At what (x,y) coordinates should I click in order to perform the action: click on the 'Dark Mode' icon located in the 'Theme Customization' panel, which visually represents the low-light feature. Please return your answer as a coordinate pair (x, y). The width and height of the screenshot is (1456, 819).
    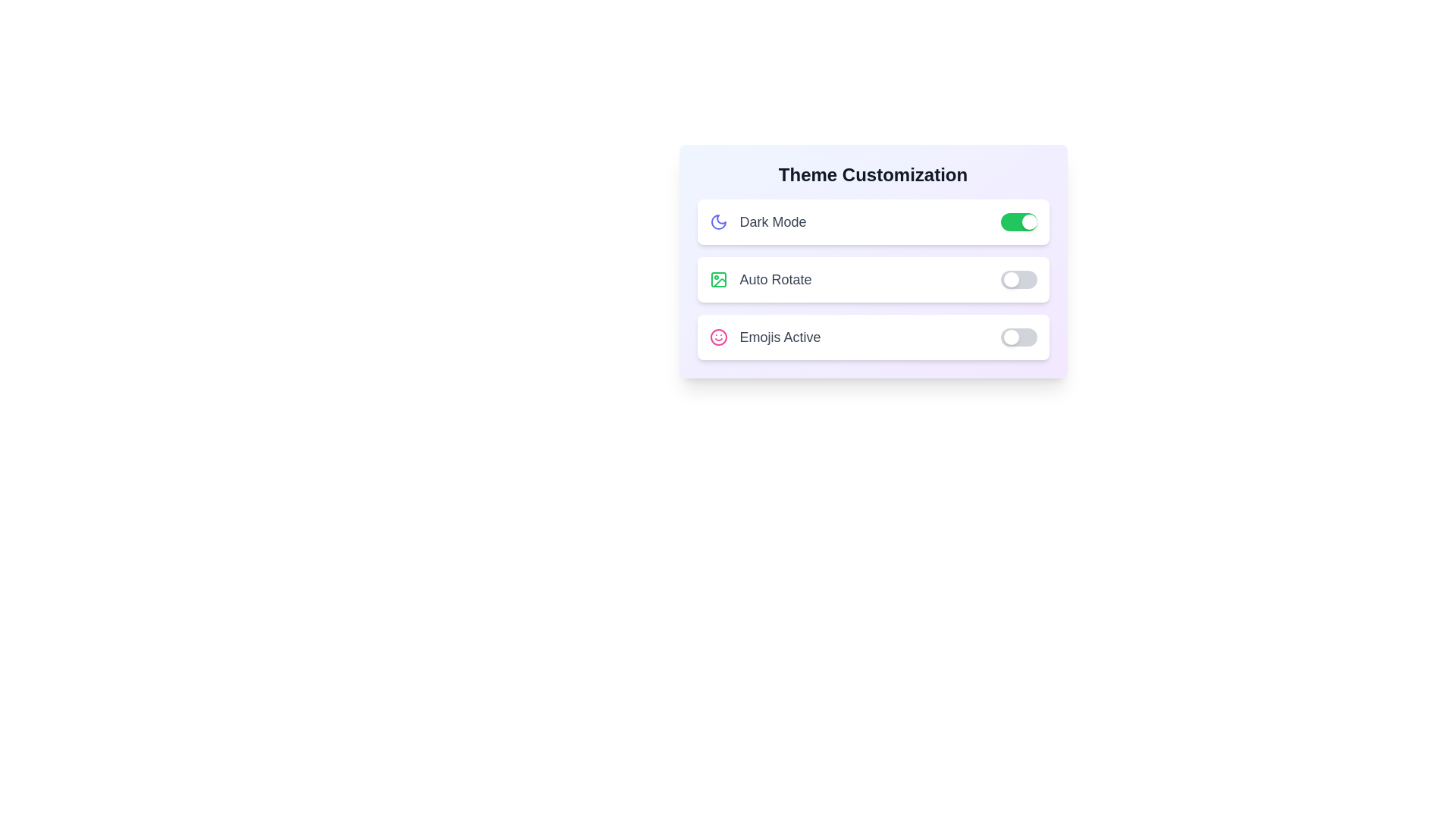
    Looking at the image, I should click on (717, 222).